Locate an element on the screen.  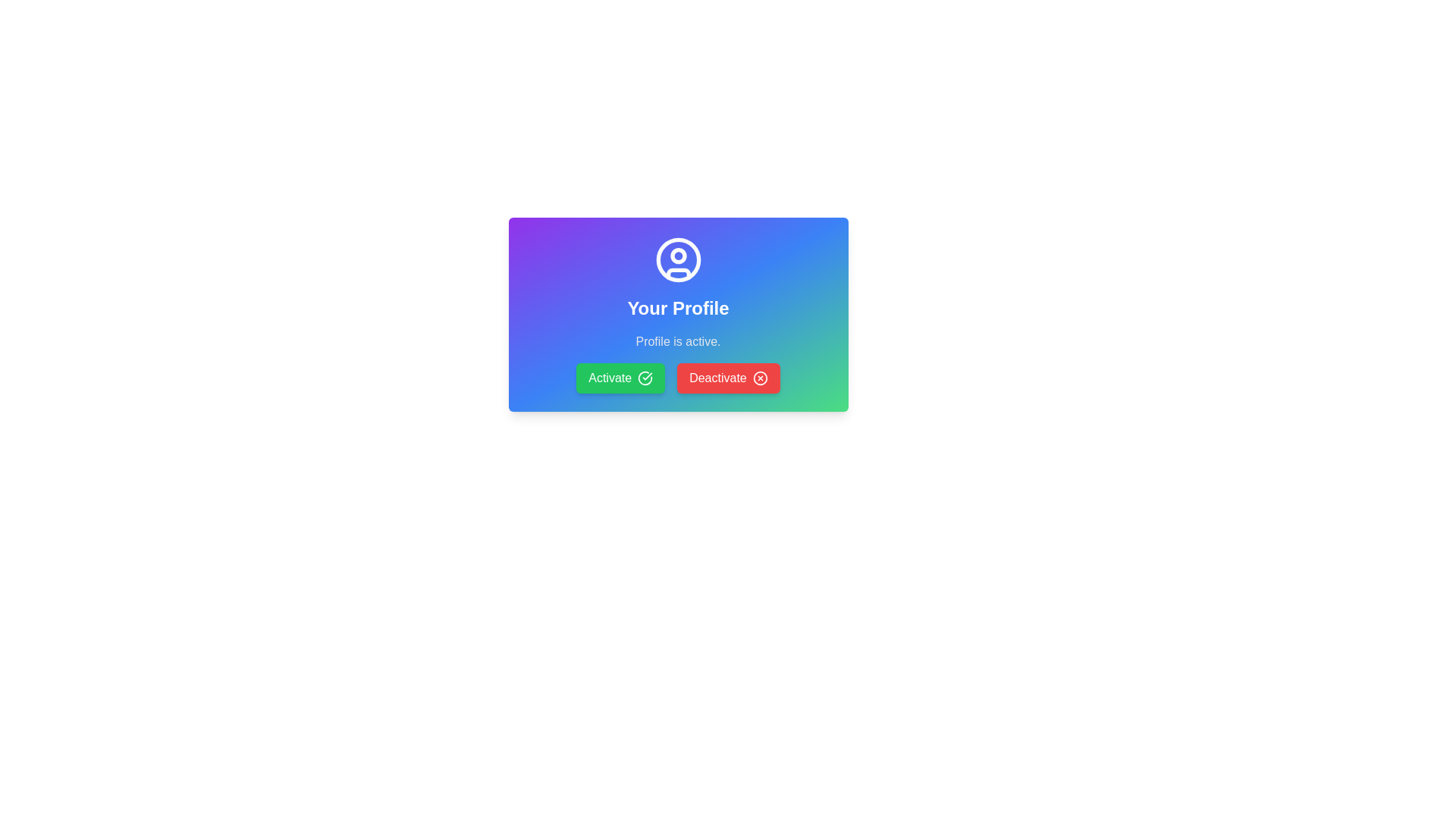
the circular check icon embedded within the green 'Activate' button, which is positioned to the left side of the 'Deactivate' button is located at coordinates (645, 377).